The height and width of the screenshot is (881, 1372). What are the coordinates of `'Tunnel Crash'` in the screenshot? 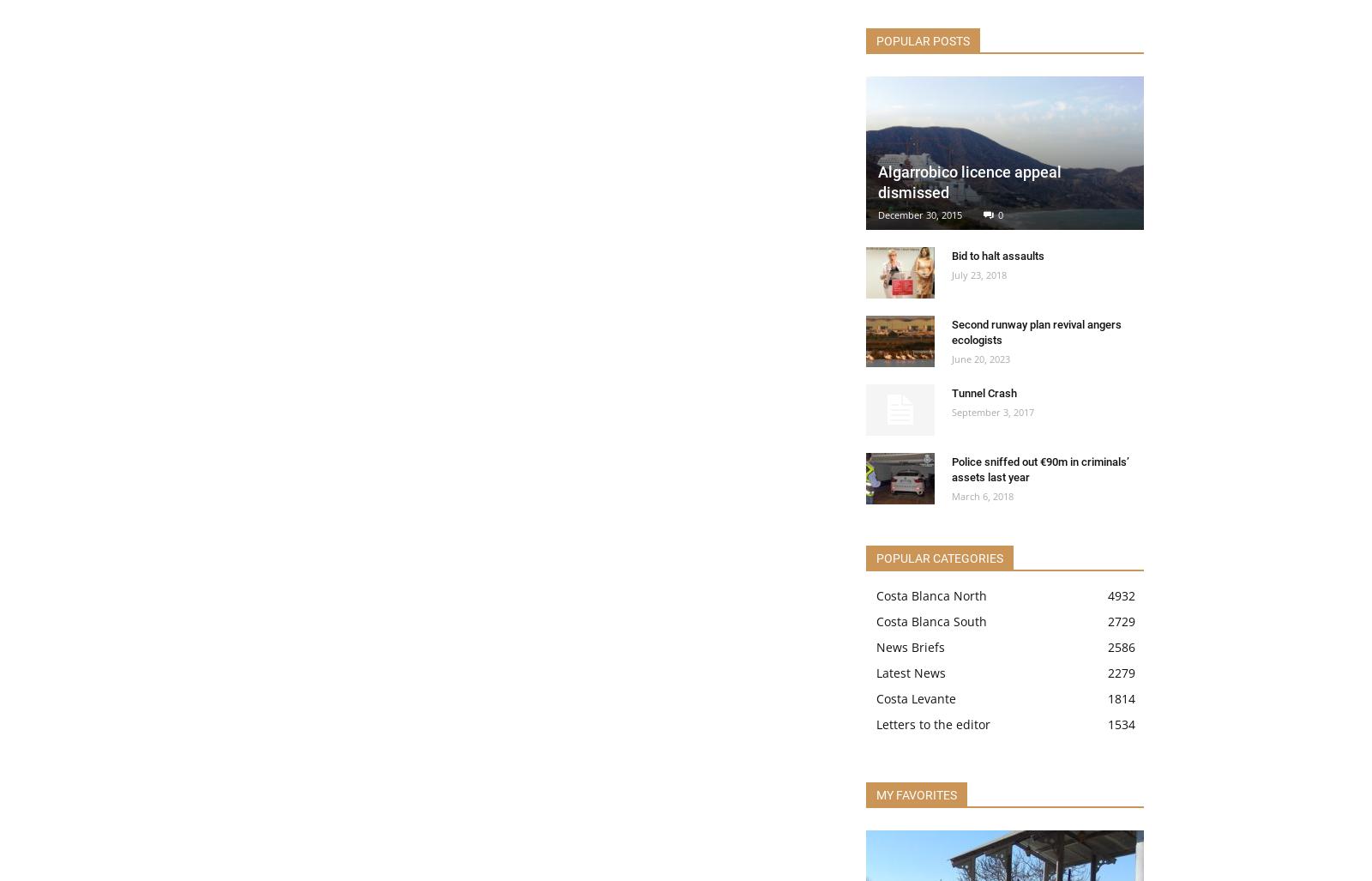 It's located at (984, 393).